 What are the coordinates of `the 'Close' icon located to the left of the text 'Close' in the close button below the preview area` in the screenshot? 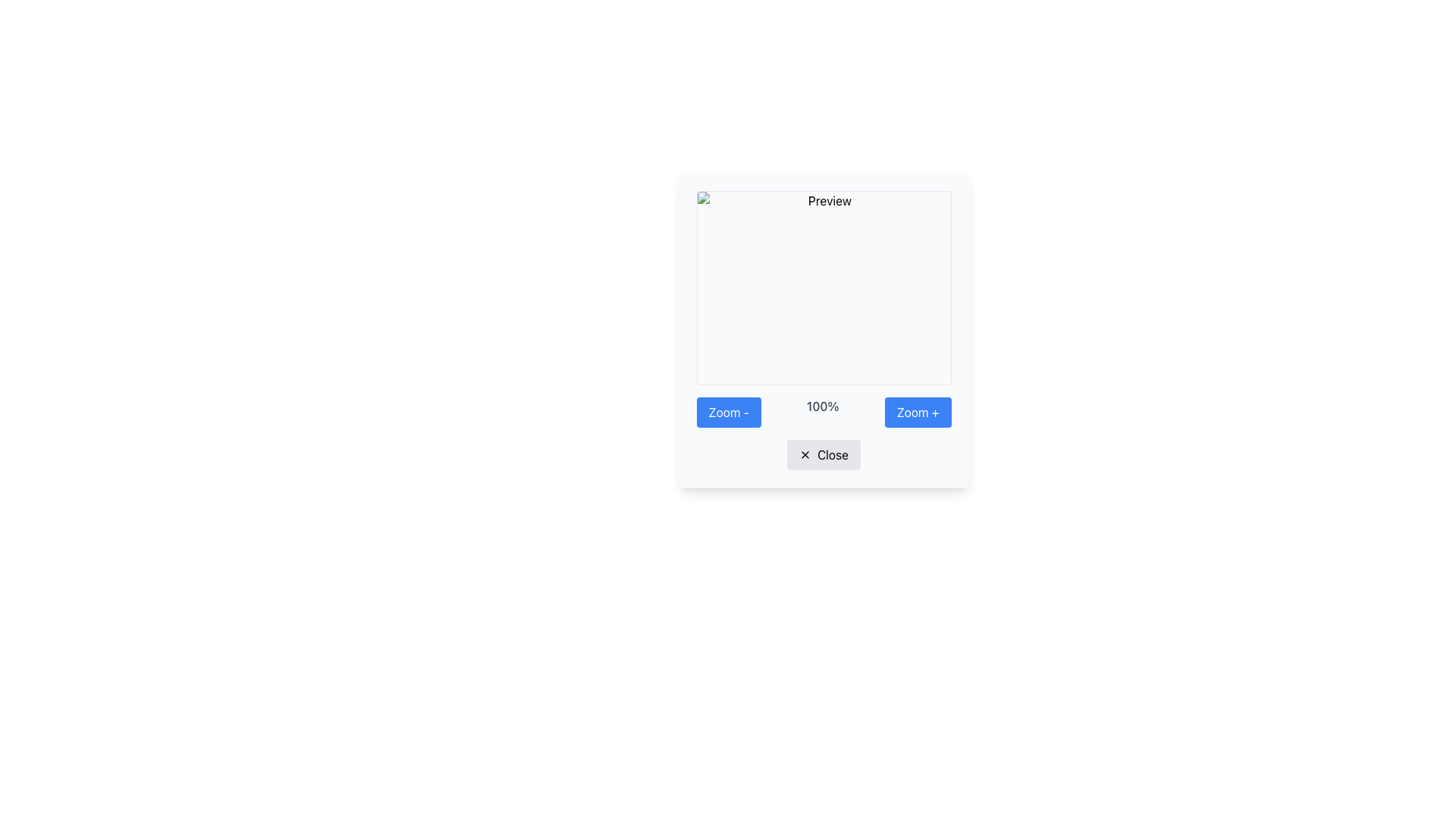 It's located at (805, 454).